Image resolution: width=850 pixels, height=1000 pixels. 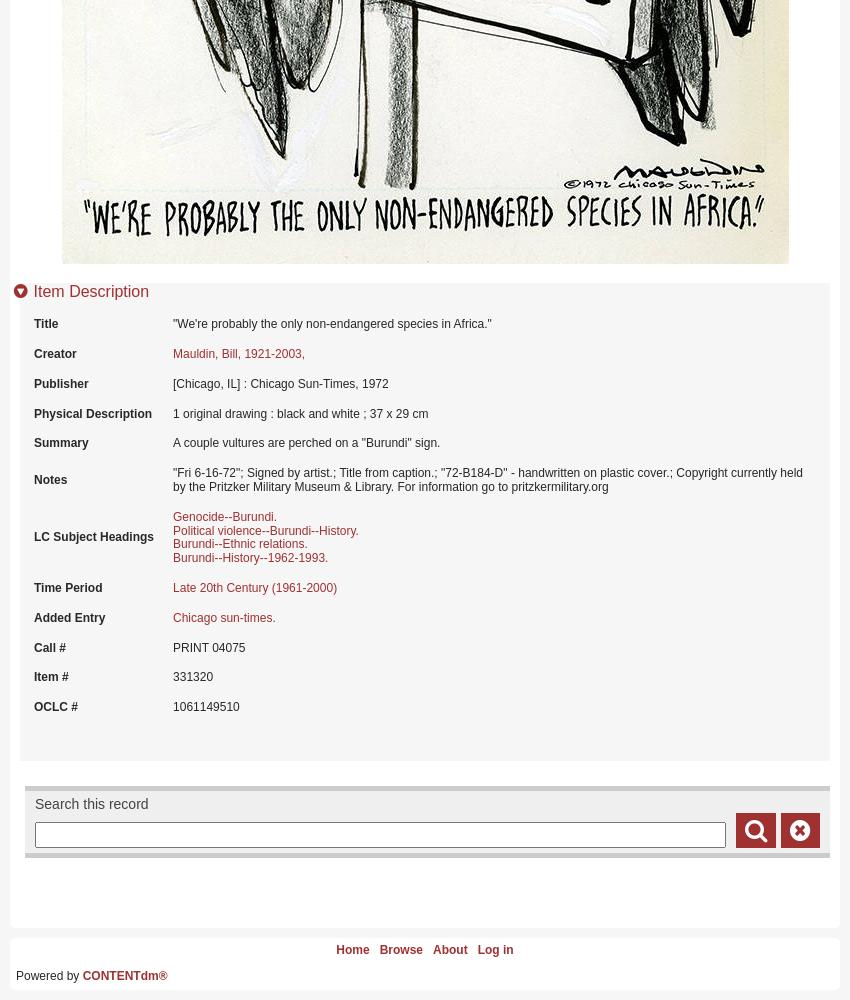 I want to click on '1061149510', so click(x=205, y=706).